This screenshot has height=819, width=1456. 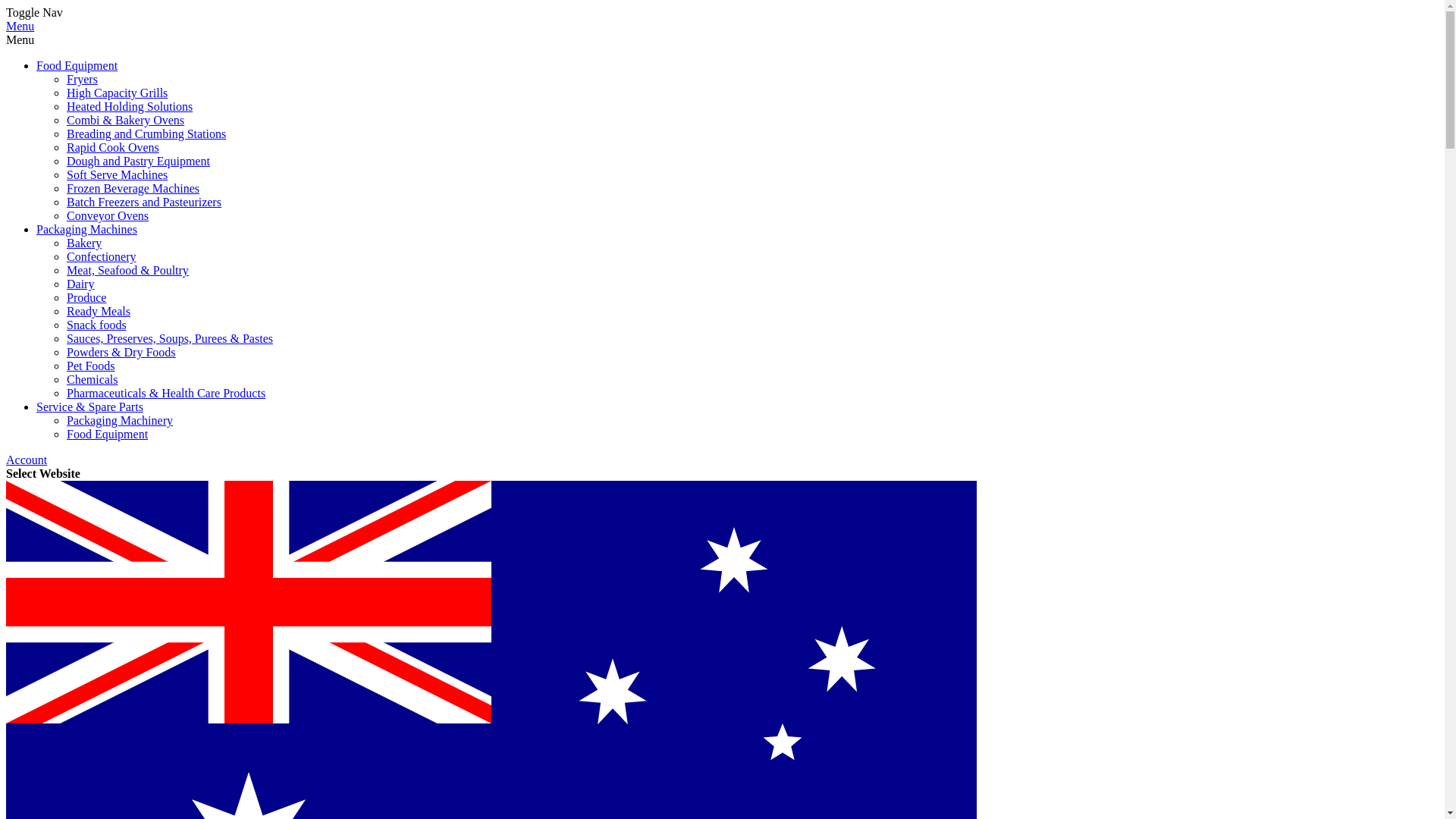 I want to click on 'Packaging Machines', so click(x=86, y=229).